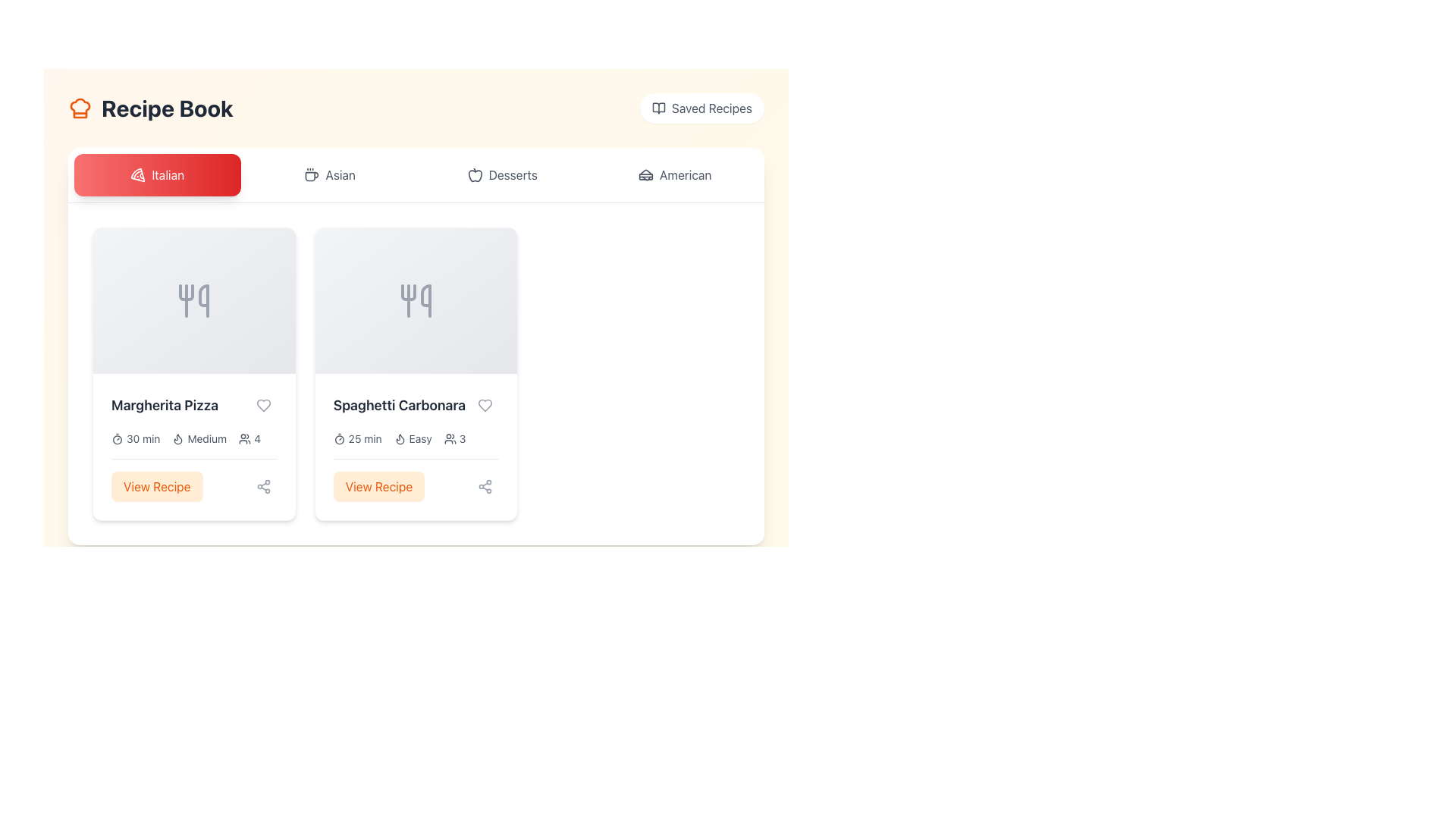  What do you see at coordinates (413, 438) in the screenshot?
I see `the informative label with an icon that indicates the difficulty level of the 'Spaghetti Carbonara' recipe, located in the second row under the recipe title, to the right of the '25 min' indicator and to the left of the '3' indicator` at bounding box center [413, 438].